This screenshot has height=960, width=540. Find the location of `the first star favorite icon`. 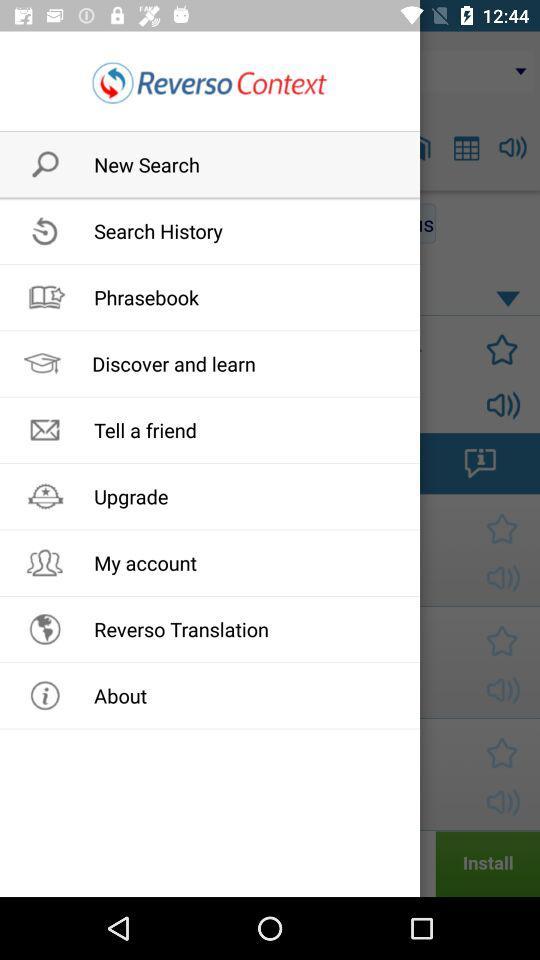

the first star favorite icon is located at coordinates (496, 349).